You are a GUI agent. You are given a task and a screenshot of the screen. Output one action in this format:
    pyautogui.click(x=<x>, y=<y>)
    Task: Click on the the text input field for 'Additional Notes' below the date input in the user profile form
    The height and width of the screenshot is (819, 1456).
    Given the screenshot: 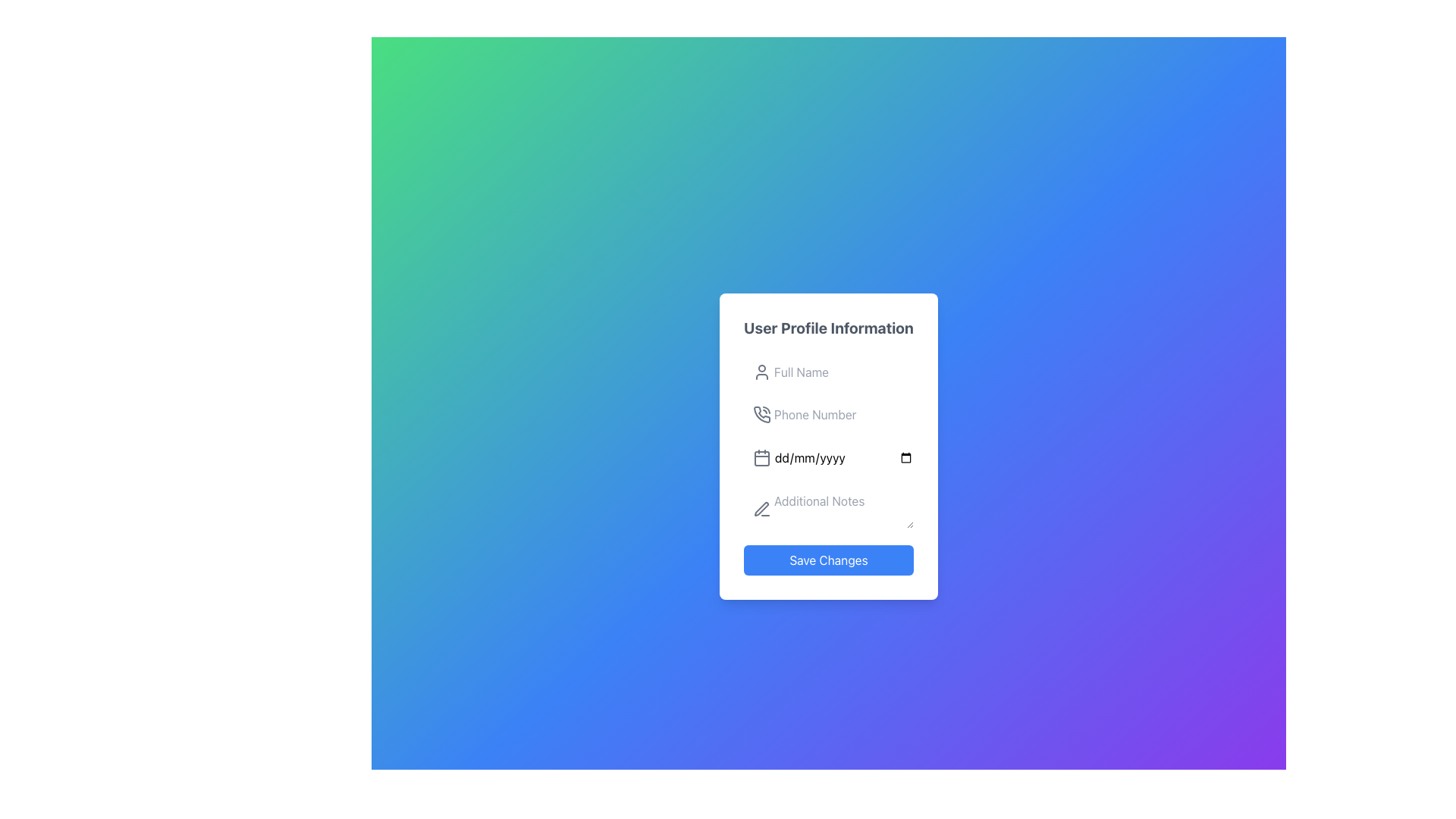 What is the action you would take?
    pyautogui.click(x=828, y=507)
    